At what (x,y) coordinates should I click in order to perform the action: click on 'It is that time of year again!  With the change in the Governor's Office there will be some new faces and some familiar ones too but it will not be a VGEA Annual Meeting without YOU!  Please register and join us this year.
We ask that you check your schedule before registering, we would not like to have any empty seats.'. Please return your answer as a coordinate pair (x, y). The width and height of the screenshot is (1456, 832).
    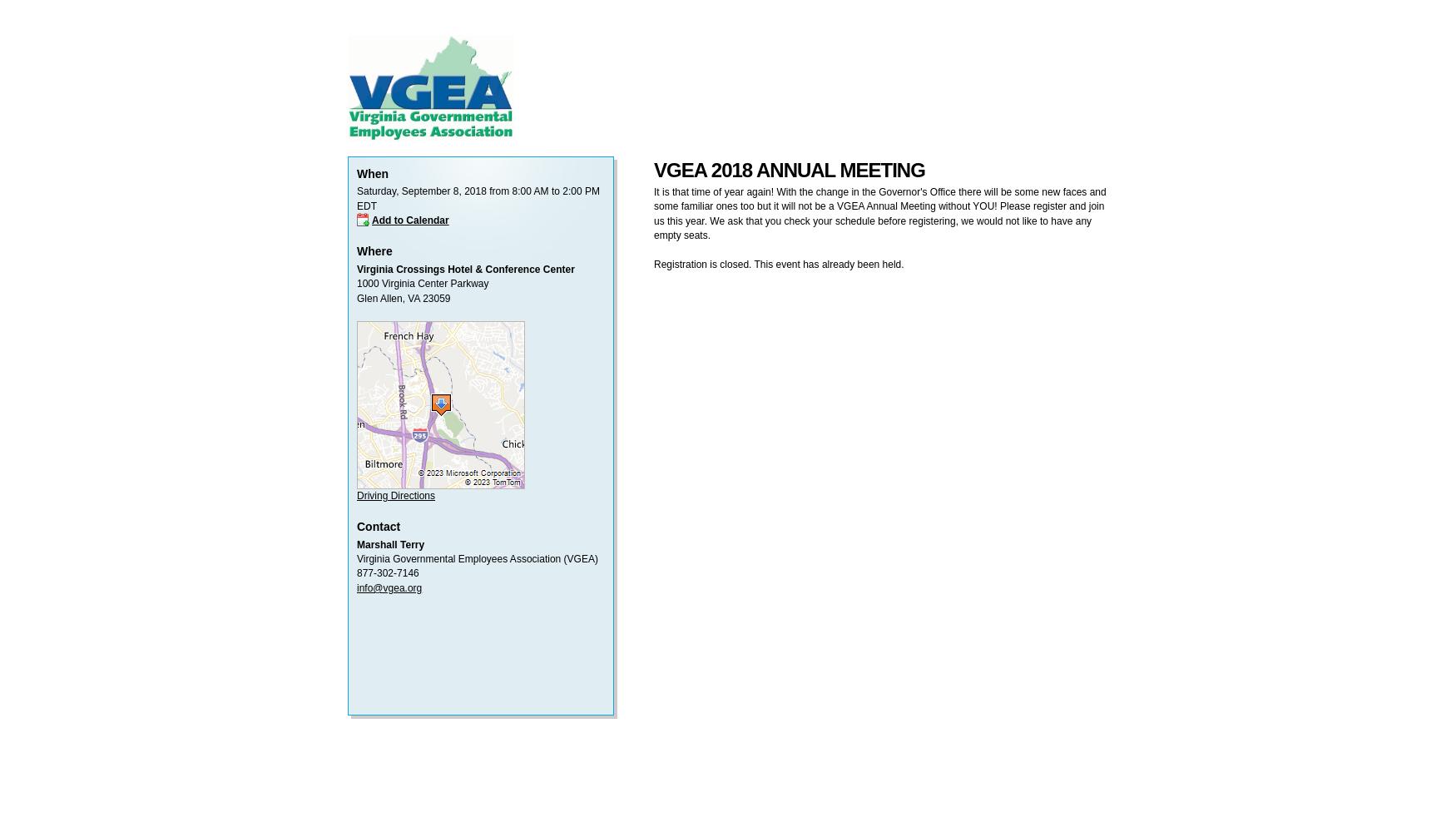
    Looking at the image, I should click on (879, 213).